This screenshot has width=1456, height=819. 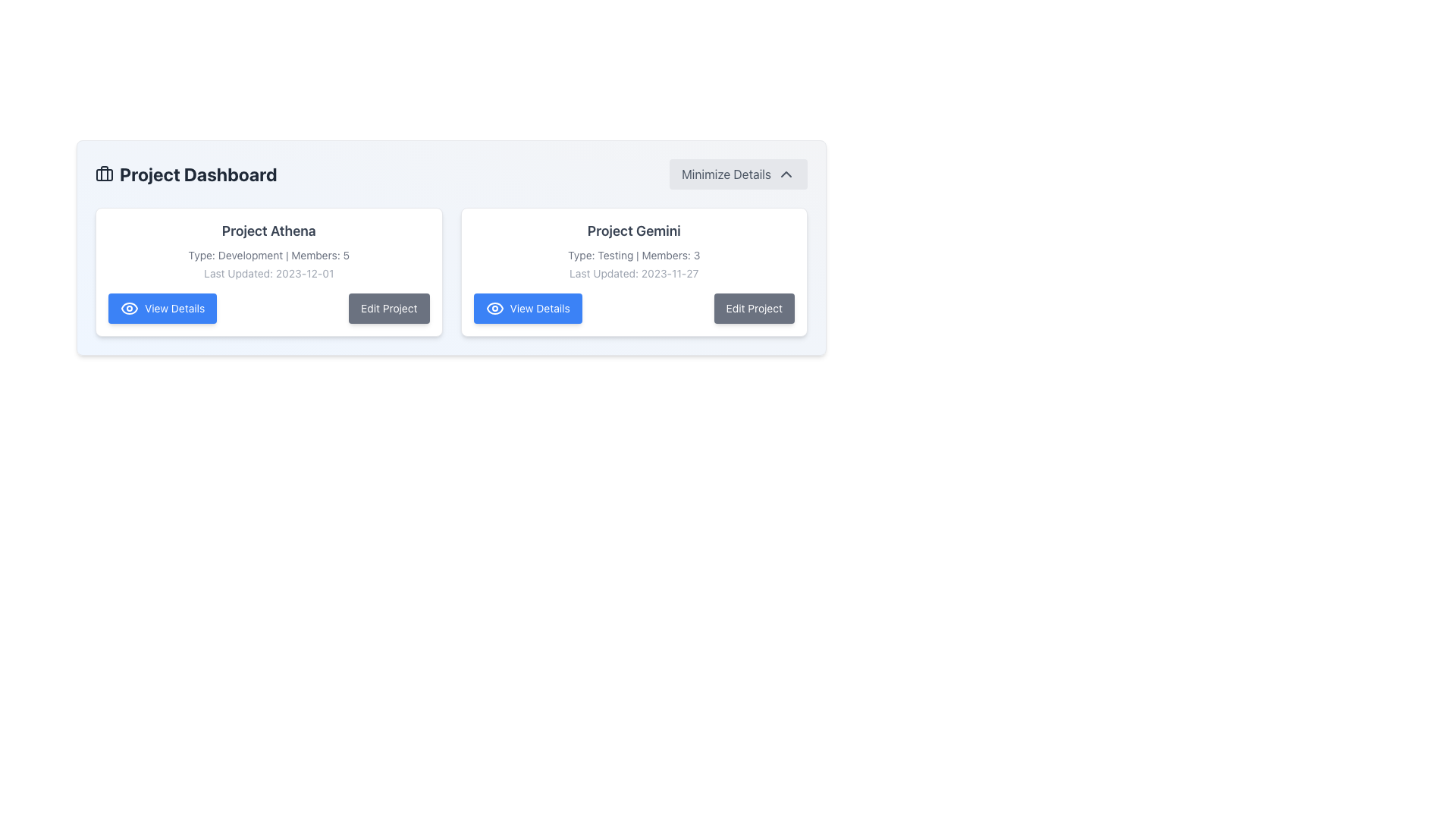 I want to click on the 'Project Gemini' text label, which is bold and larger in font size, positioned at the top of its project card layout on the right side of the dashboard, so click(x=634, y=231).